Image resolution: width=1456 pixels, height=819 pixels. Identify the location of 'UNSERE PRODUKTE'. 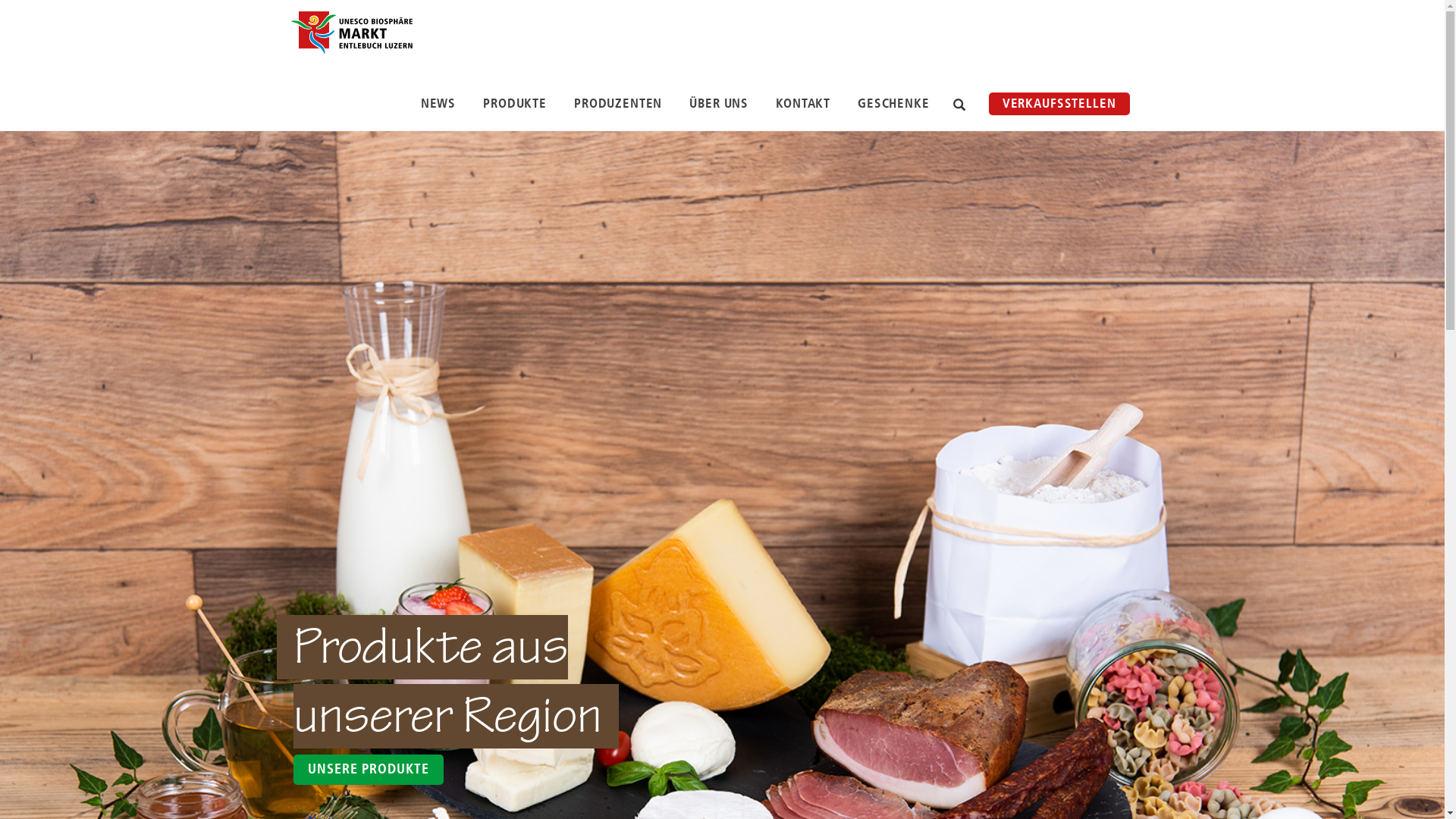
(293, 769).